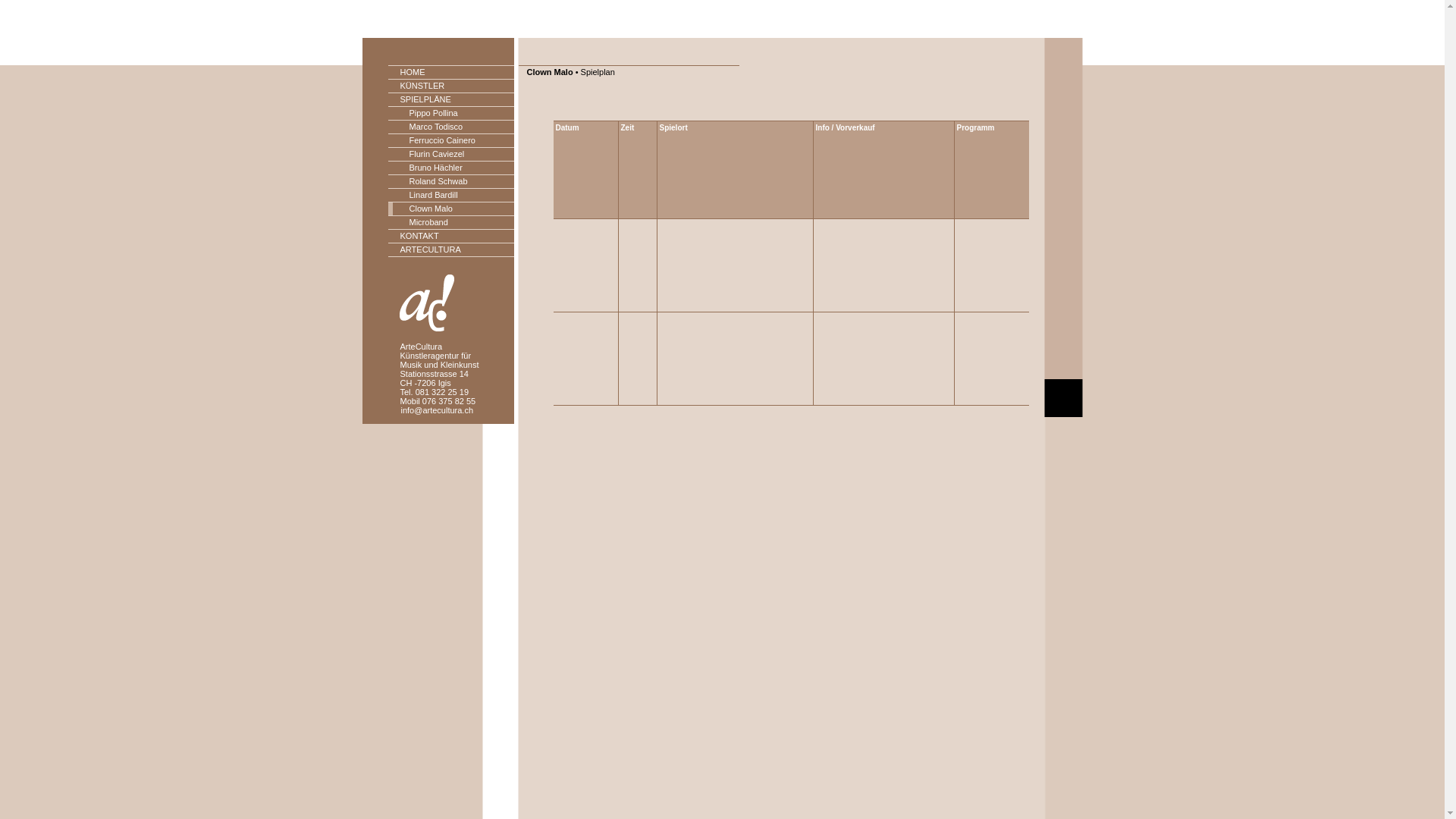 This screenshot has height=819, width=1456. What do you see at coordinates (450, 127) in the screenshot?
I see `'Marco Todisco'` at bounding box center [450, 127].